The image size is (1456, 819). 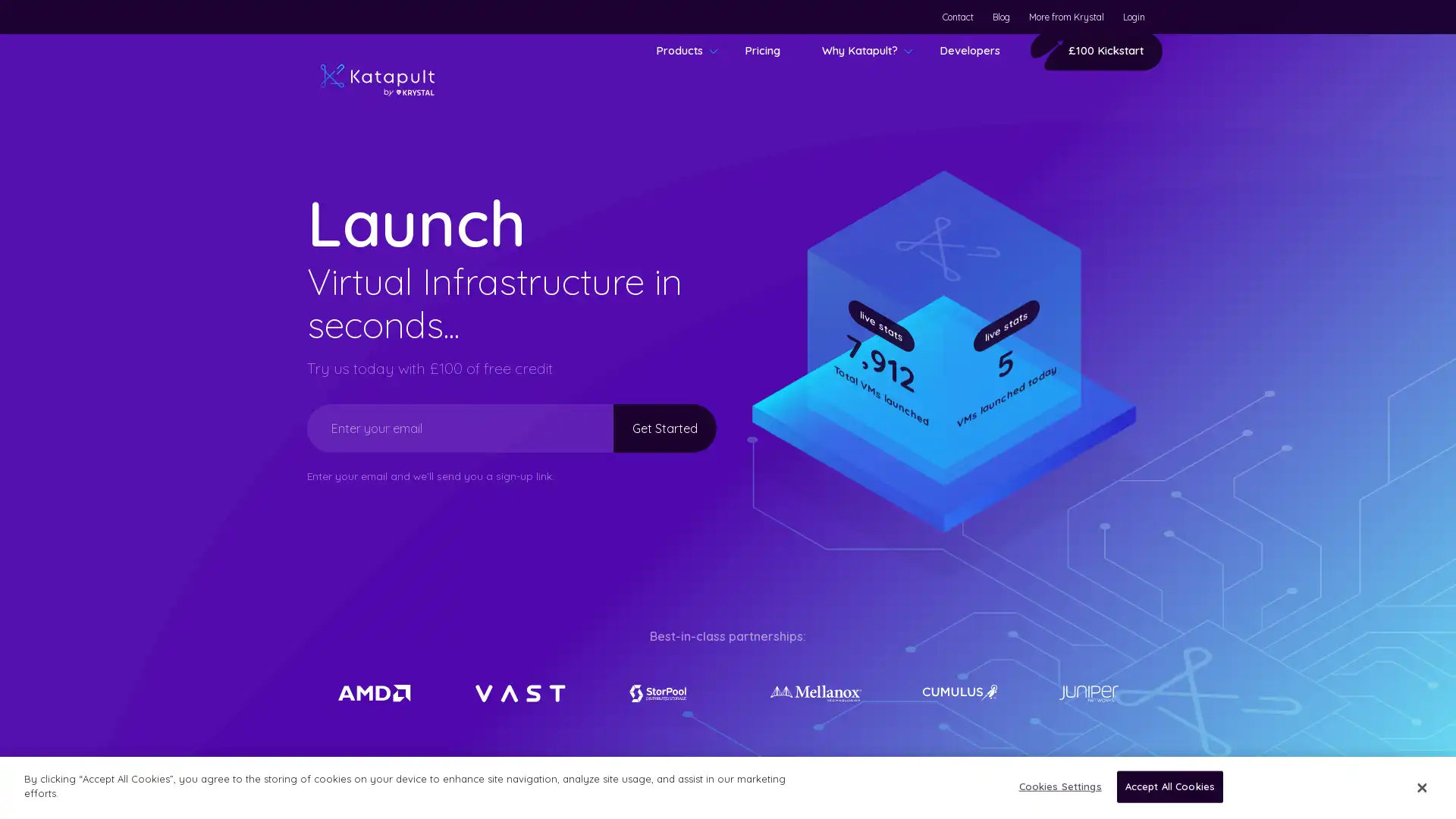 I want to click on Close, so click(x=1420, y=786).